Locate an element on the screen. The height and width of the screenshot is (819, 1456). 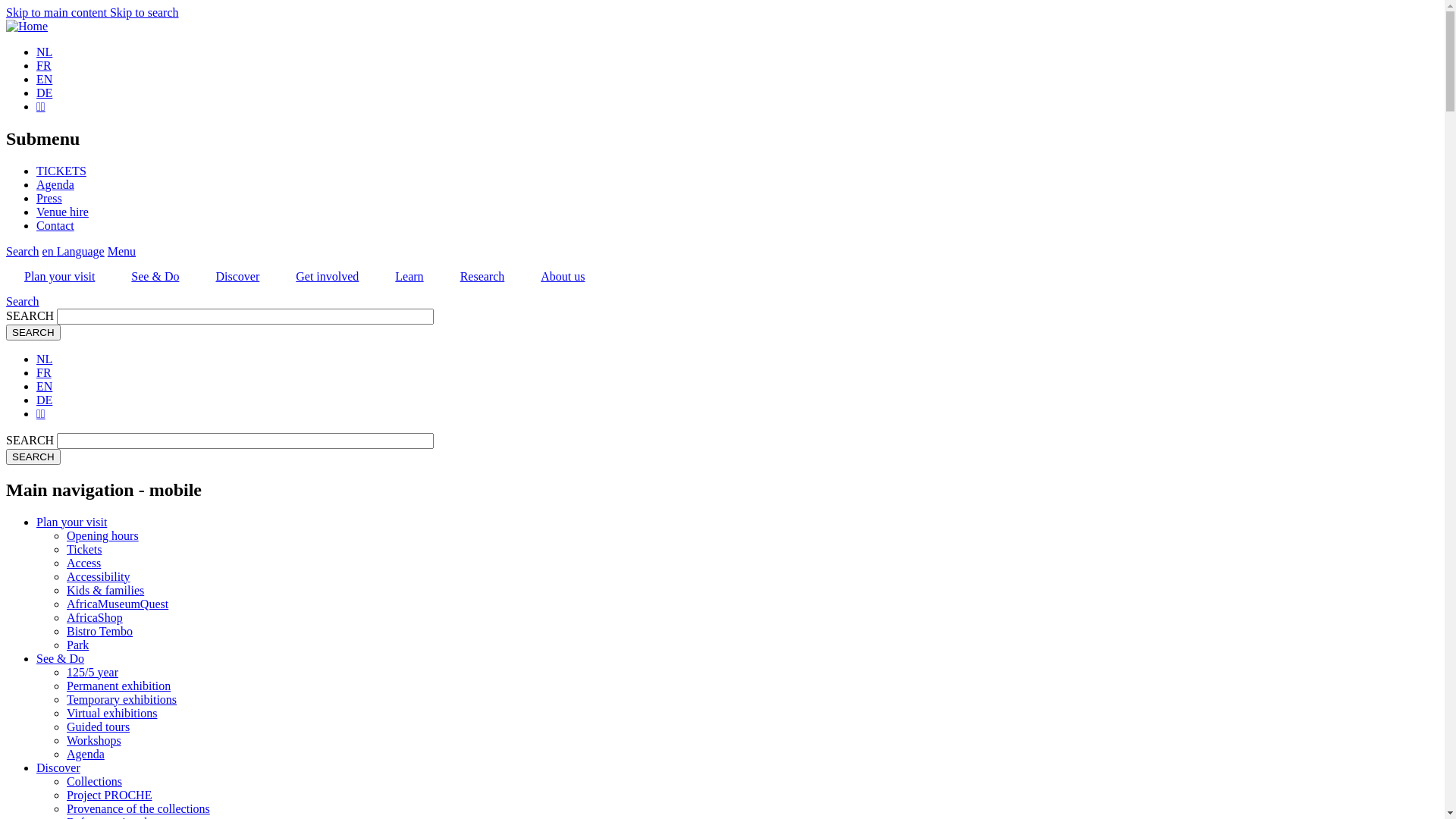
'SEARCH' is located at coordinates (33, 456).